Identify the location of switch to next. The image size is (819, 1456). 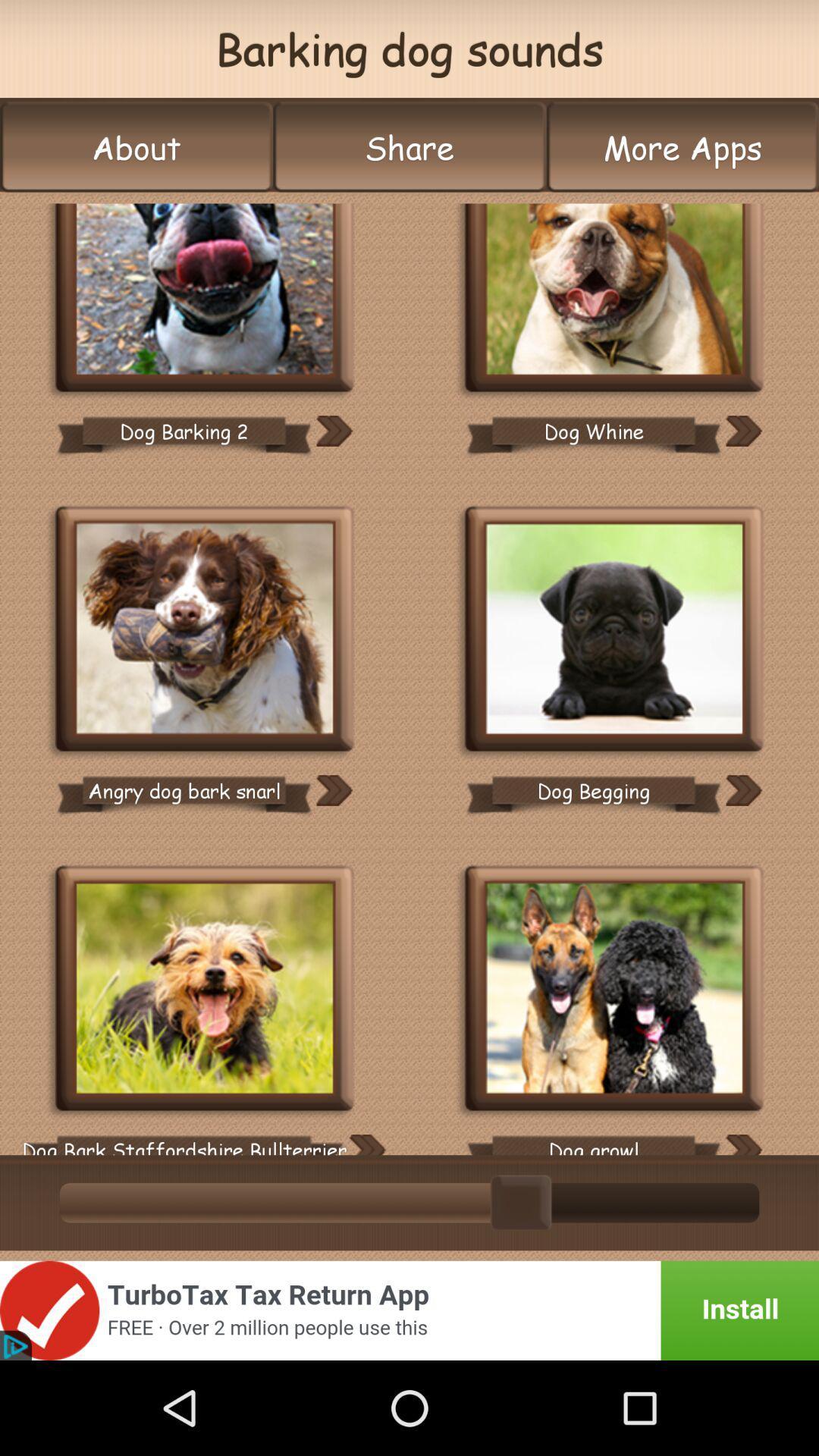
(366, 1144).